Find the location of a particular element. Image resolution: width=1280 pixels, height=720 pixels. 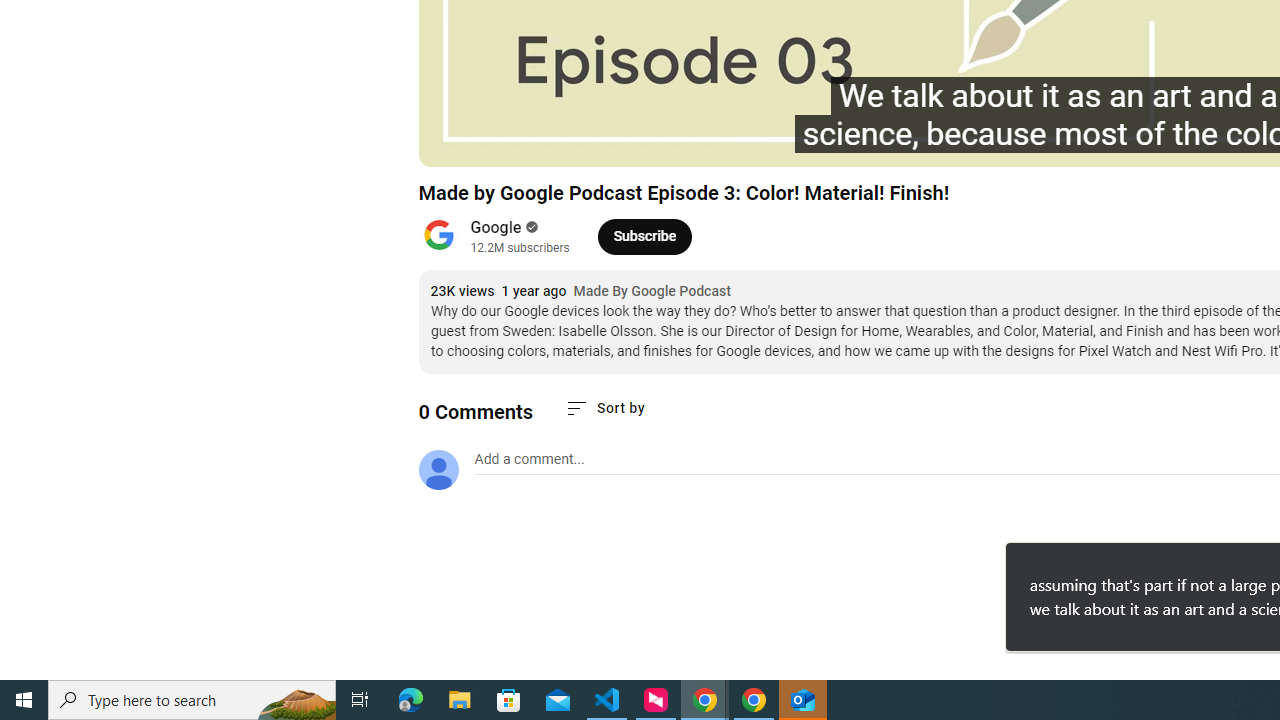

'Subscribe to Google.' is located at coordinates (644, 235).